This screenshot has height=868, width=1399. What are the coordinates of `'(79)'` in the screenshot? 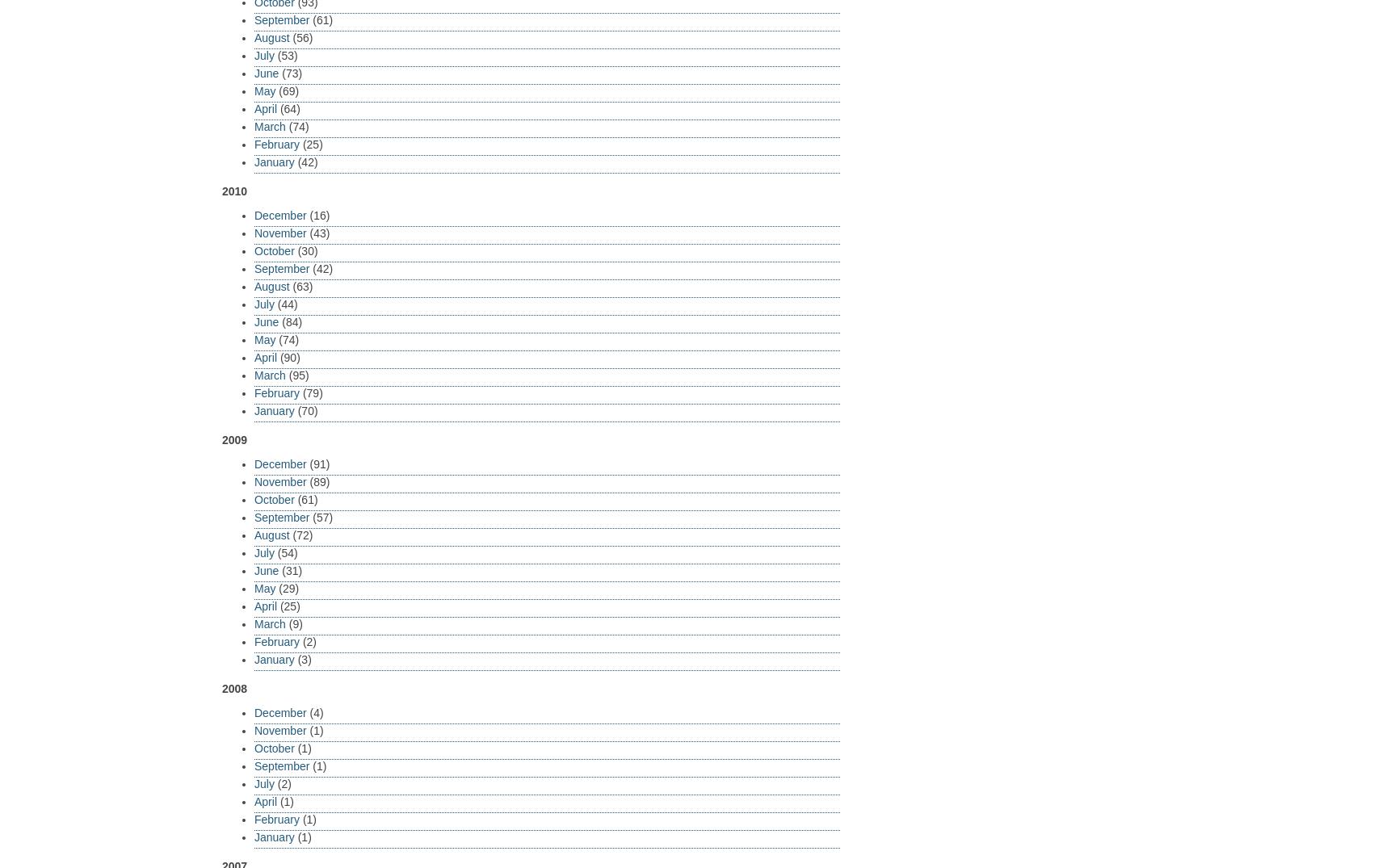 It's located at (298, 392).